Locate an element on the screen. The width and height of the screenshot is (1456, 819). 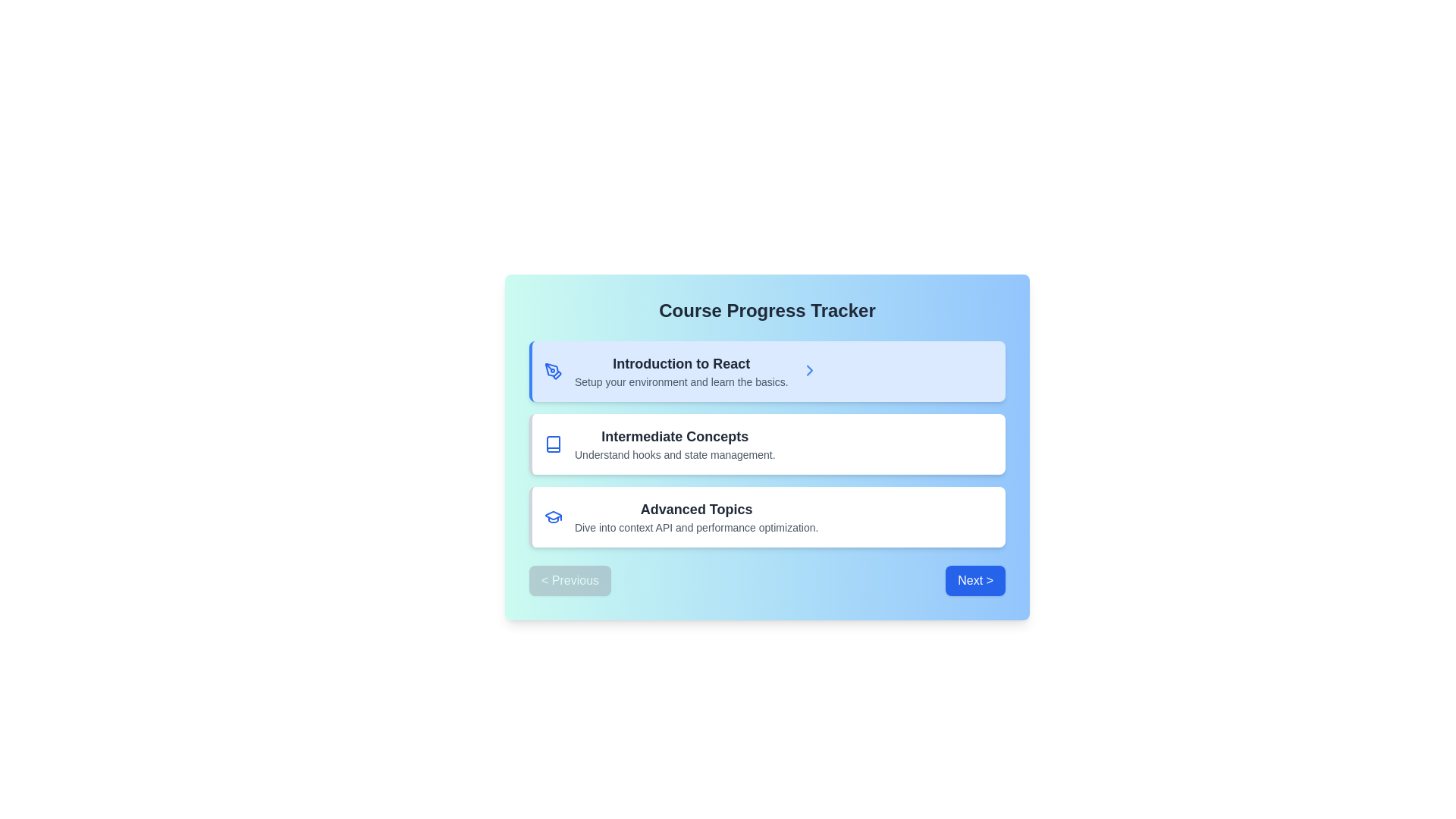
the text label that states 'Dive into context API and performance optimization.', which is positioned below the title 'Advanced Topics' in the 'Course Progress Tracker' section is located at coordinates (695, 526).